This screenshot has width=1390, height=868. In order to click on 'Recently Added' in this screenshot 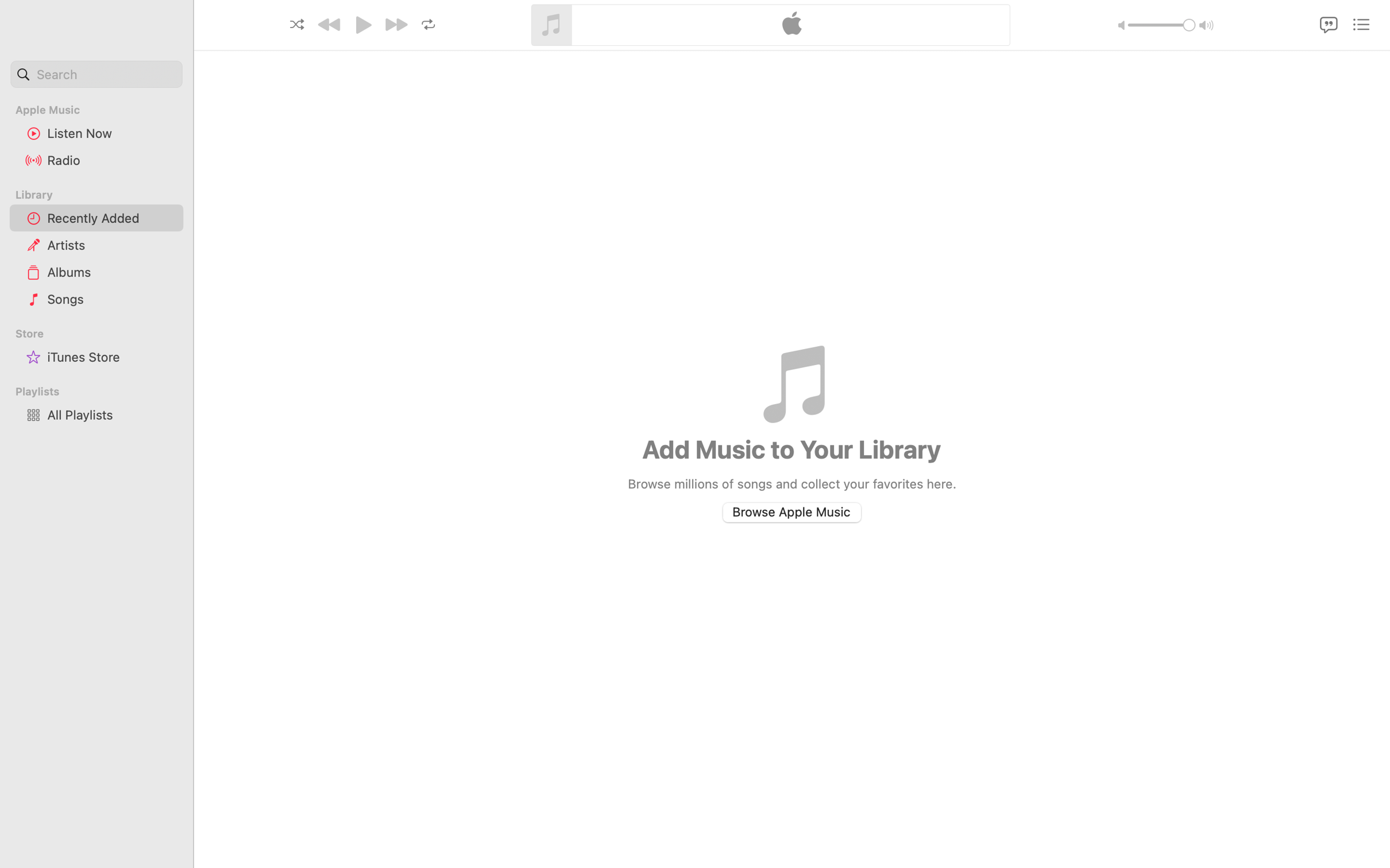, I will do `click(110, 217)`.